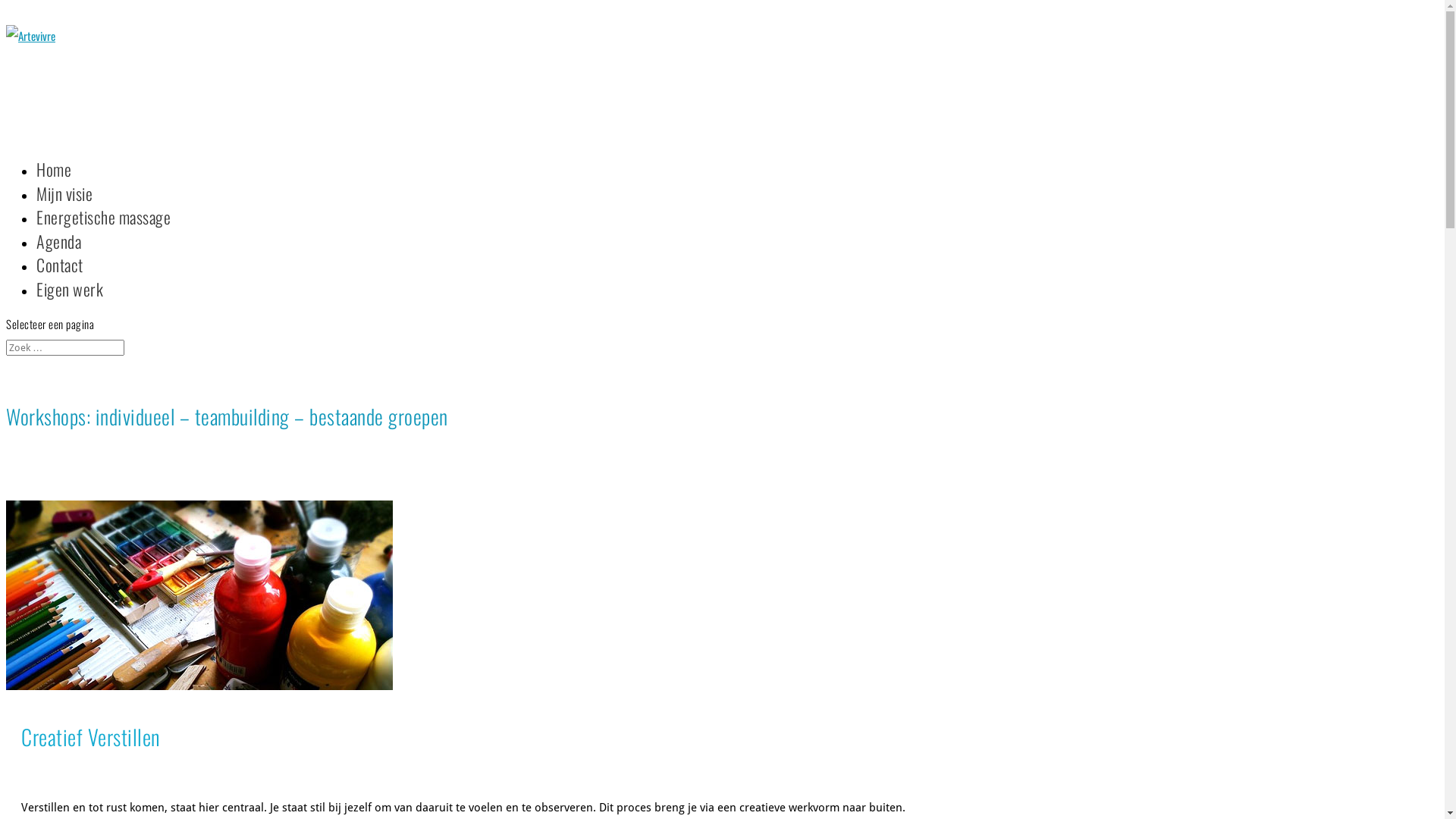  Describe the element at coordinates (68, 305) in the screenshot. I see `'Eigen werk'` at that location.